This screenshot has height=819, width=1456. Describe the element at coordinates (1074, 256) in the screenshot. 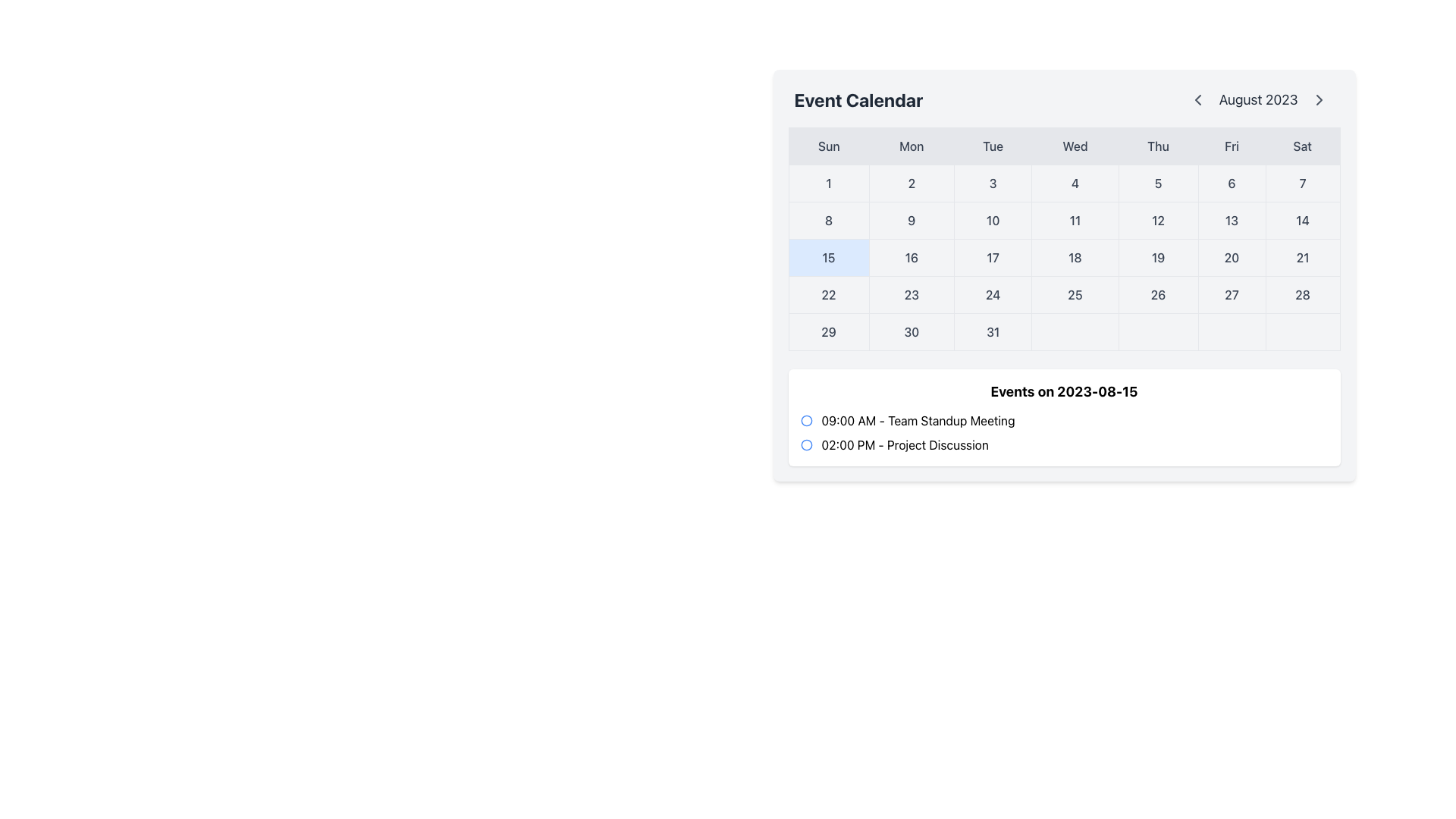

I see `the calendar date cell displaying the number '18', which is the fourth cell in the third row of the week-based calendar grid under the 'Event Calendar' section` at that location.